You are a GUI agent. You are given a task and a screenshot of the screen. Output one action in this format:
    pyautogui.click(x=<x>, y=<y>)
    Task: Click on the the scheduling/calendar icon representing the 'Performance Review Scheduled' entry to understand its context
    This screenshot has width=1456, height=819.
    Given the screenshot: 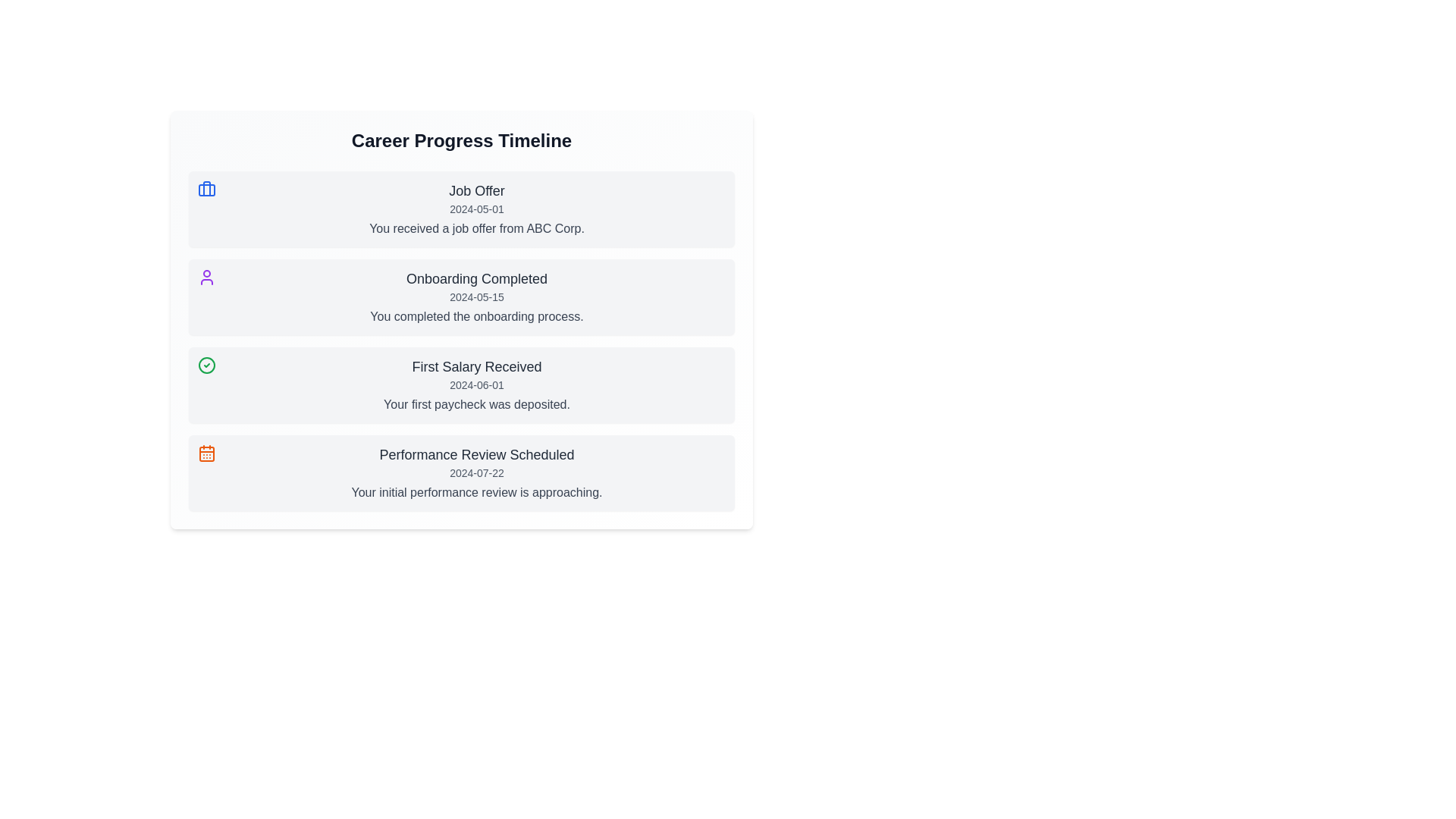 What is the action you would take?
    pyautogui.click(x=206, y=452)
    